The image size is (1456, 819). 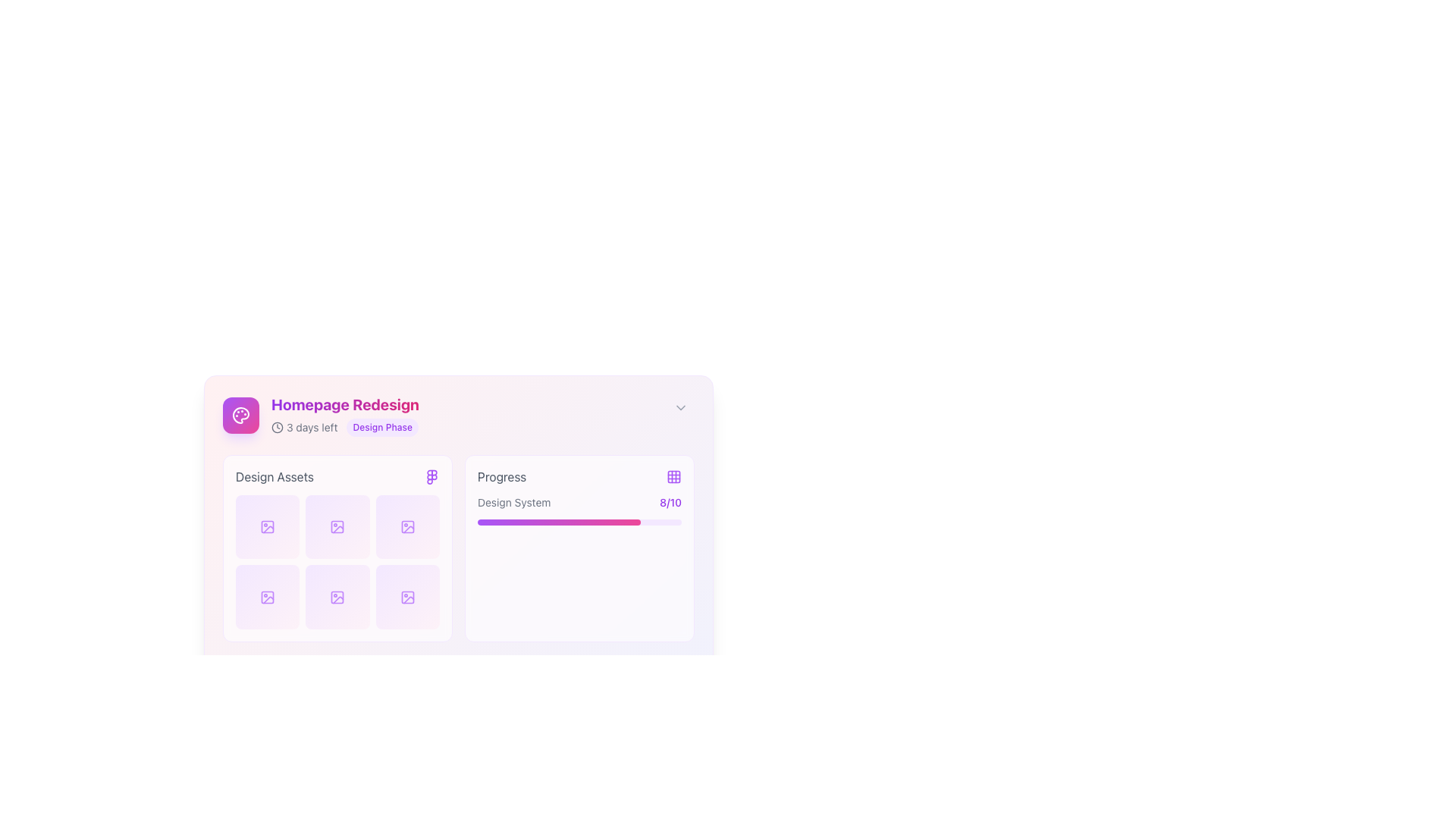 What do you see at coordinates (268, 526) in the screenshot?
I see `the square icon with a gradient background and a landscape picture symbol from its position in the 'Design Assets' section` at bounding box center [268, 526].